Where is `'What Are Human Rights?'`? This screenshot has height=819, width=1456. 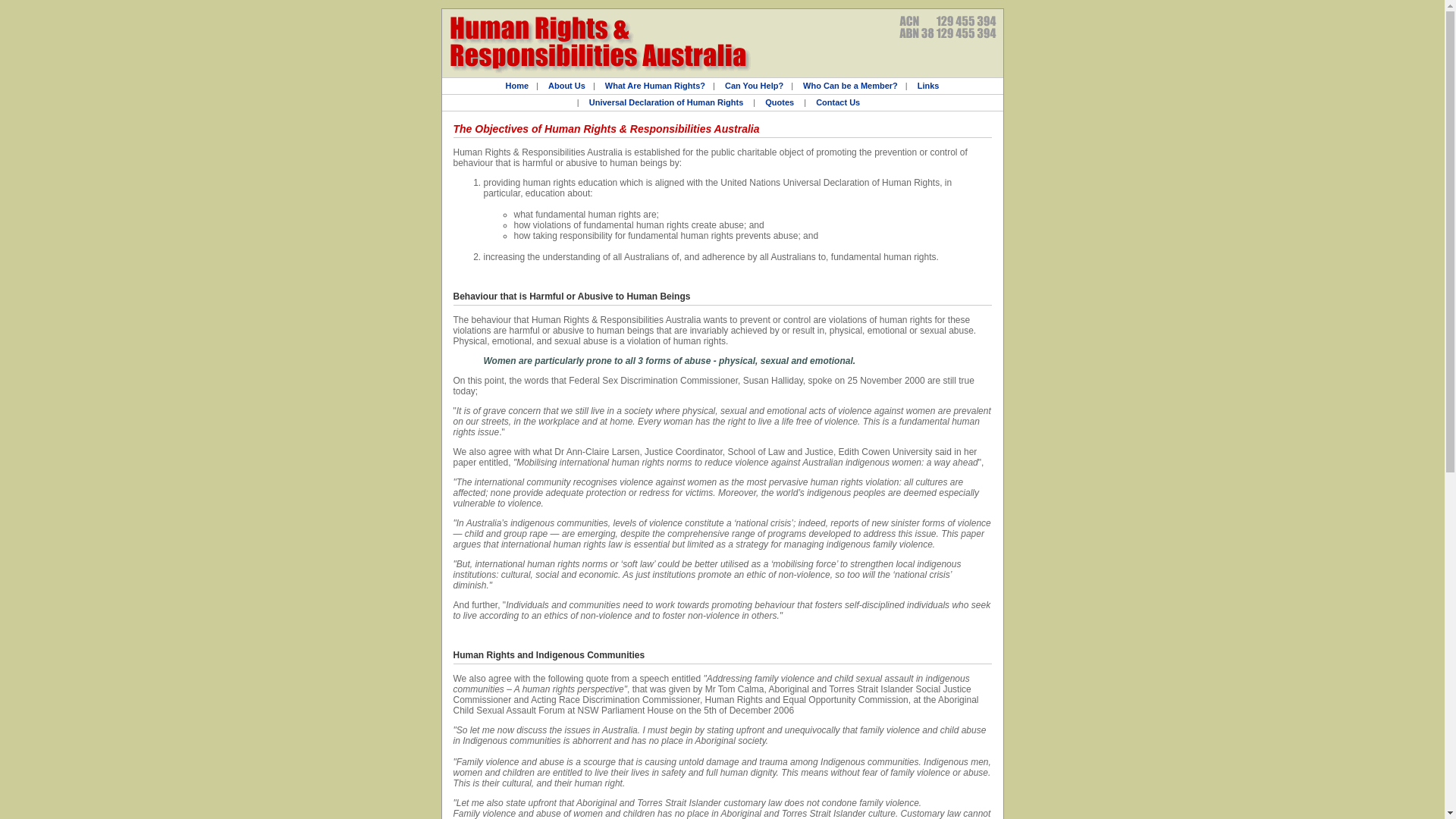 'What Are Human Rights?' is located at coordinates (655, 85).